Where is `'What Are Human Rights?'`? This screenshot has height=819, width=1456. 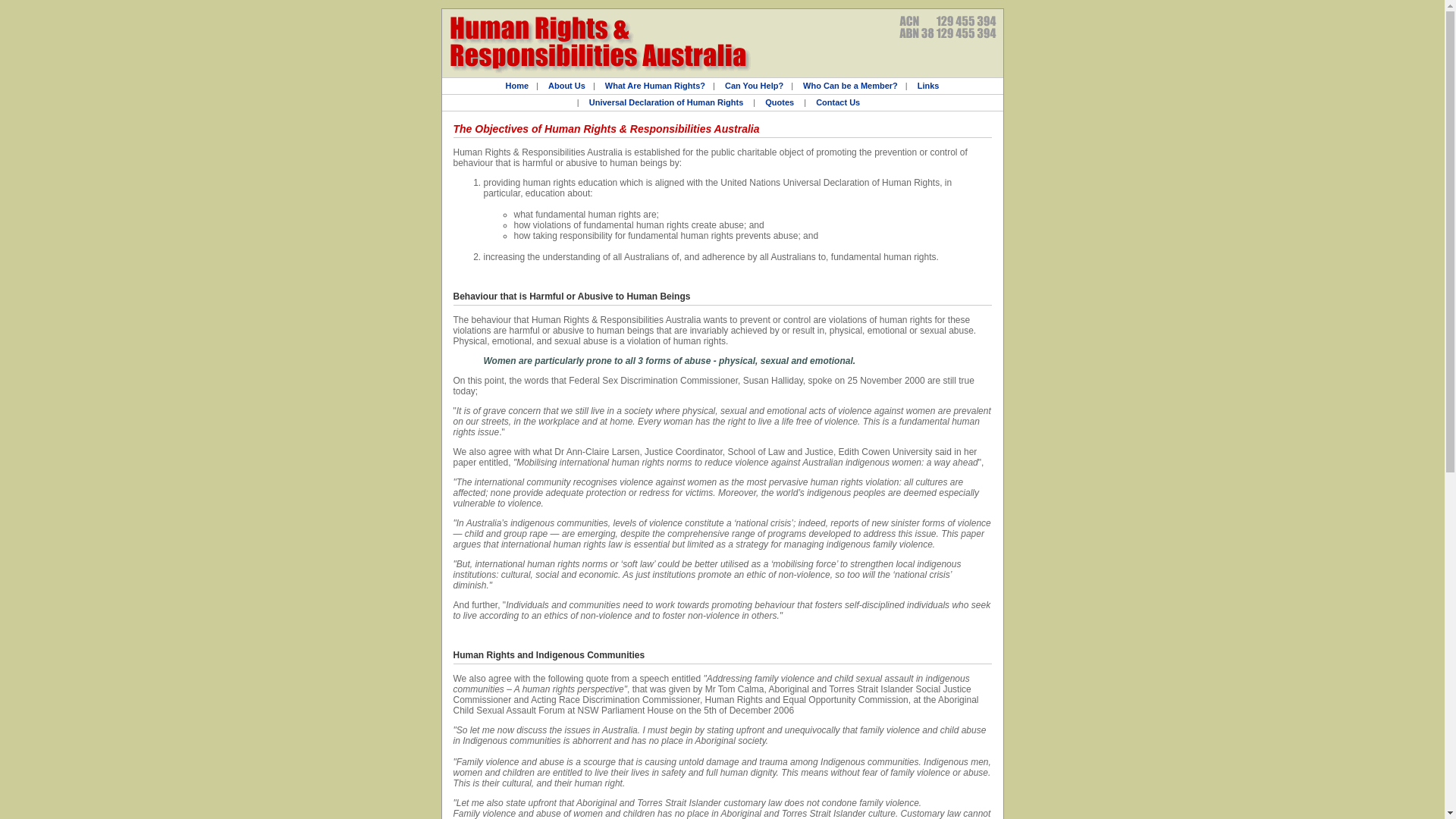 'What Are Human Rights?' is located at coordinates (655, 85).